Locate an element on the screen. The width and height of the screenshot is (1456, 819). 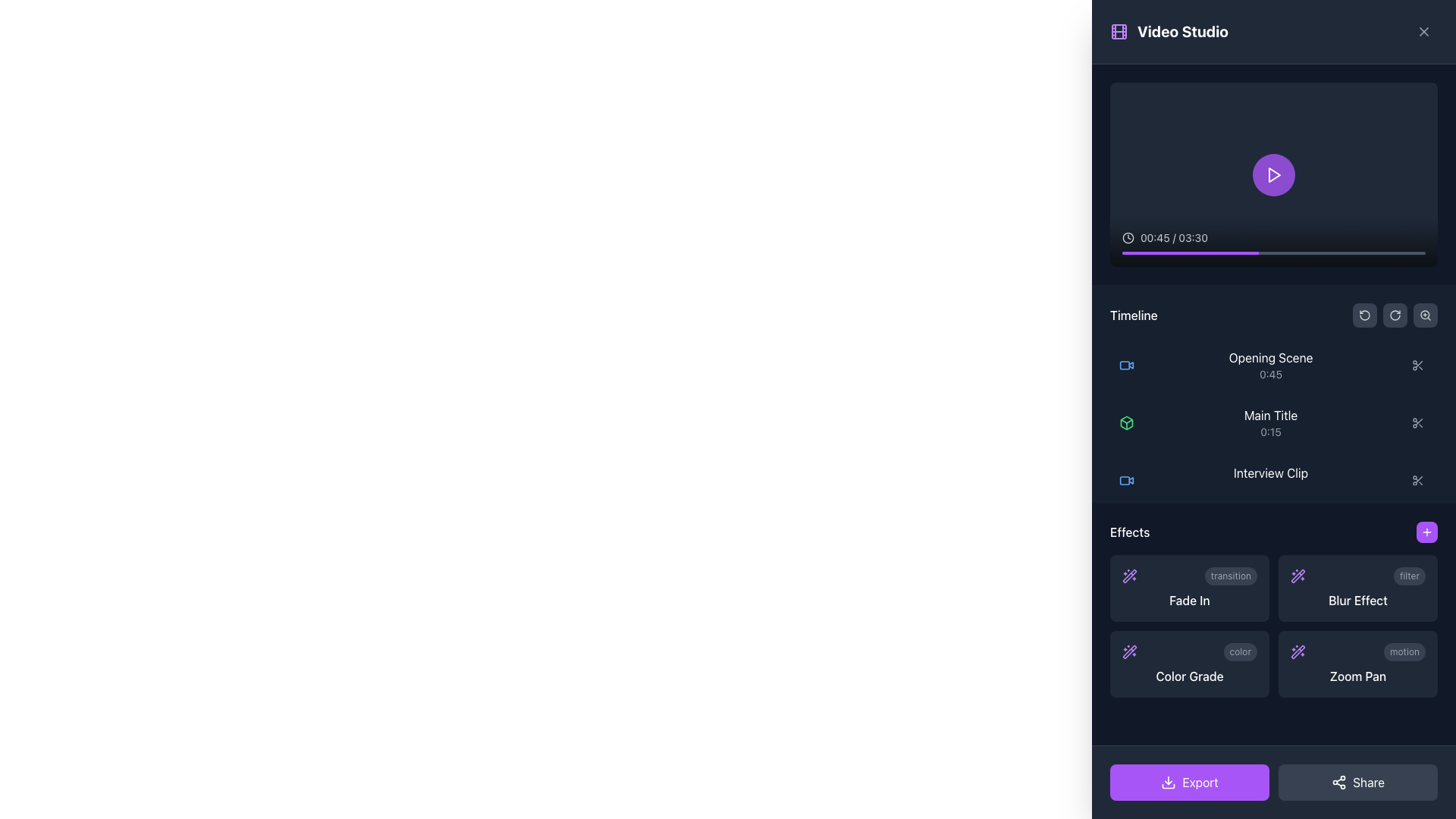
the download icon associated with the 'Export' button located at the bottom left of the right panel for accessibility is located at coordinates (1168, 783).